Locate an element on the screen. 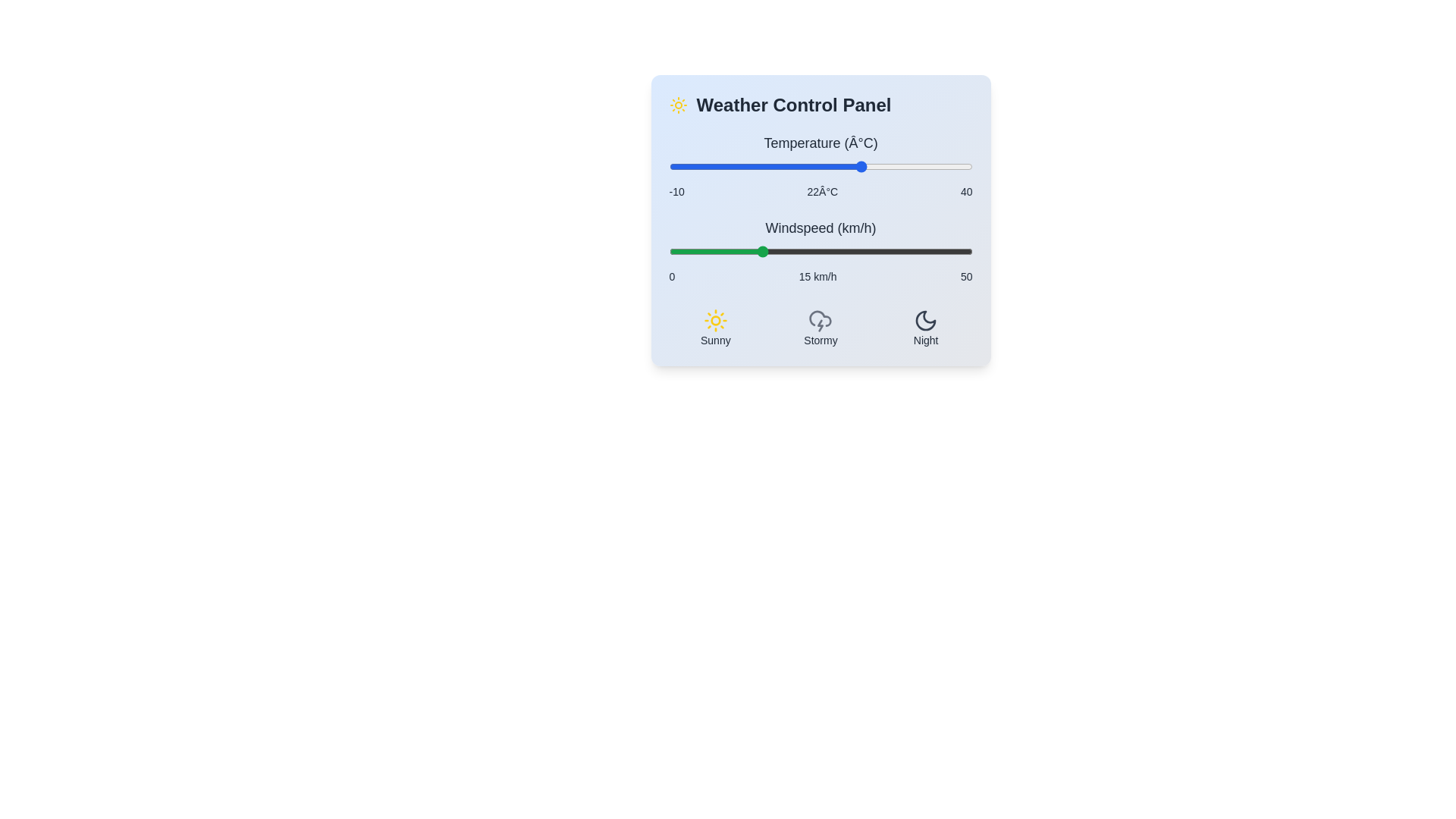 The image size is (1456, 819). the static text displaying the current wind speed, which is located between the numeric values '0' and '50' and below the 'Wind Speed (km/h)' label is located at coordinates (817, 277).